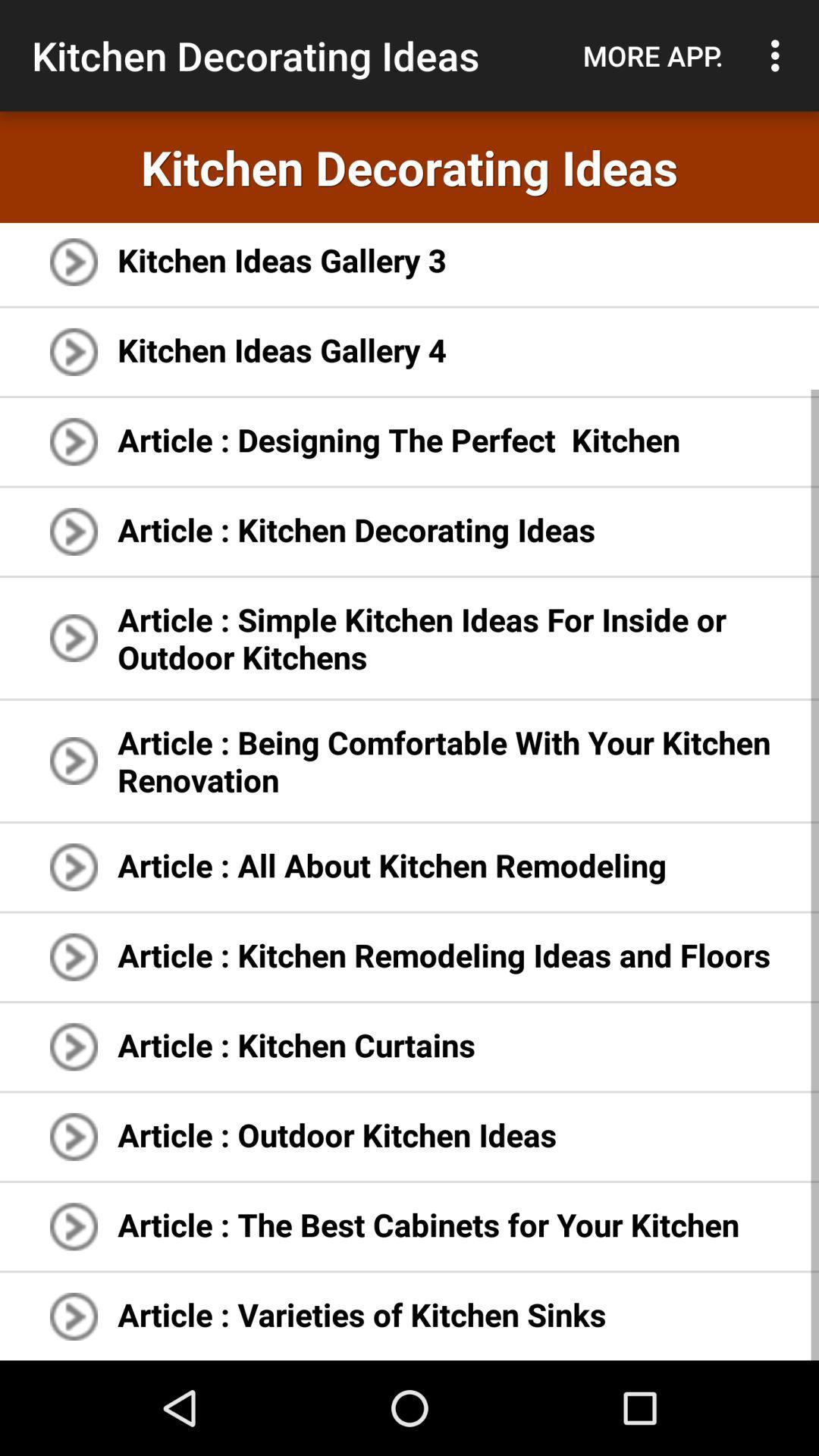 Image resolution: width=819 pixels, height=1456 pixels. What do you see at coordinates (779, 55) in the screenshot?
I see `the icon to the right of the more app.` at bounding box center [779, 55].